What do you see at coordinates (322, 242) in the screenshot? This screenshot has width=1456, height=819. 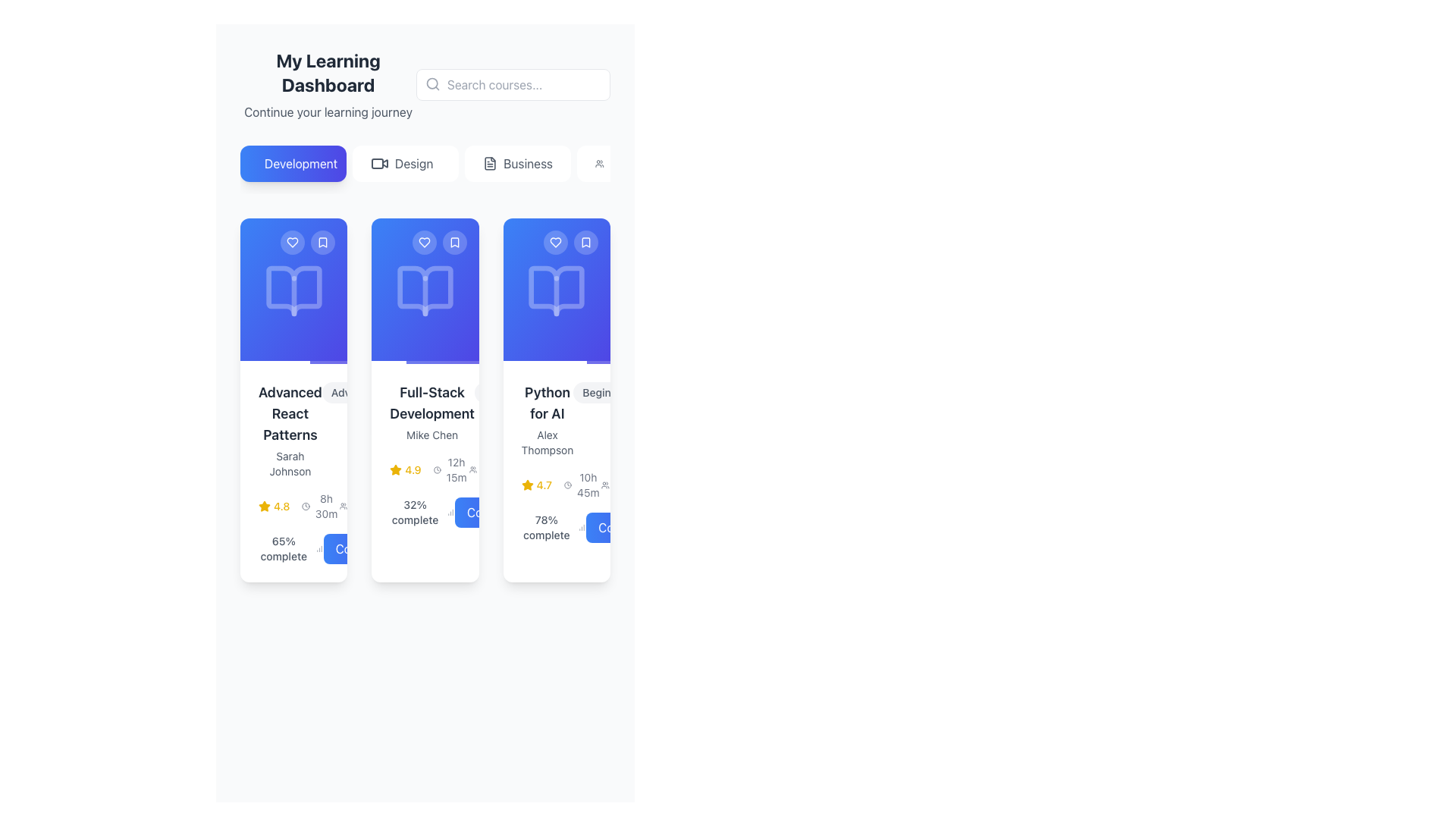 I see `the bookmark icon located at the top-right corner of the 'Advanced React Patterns' course card` at bounding box center [322, 242].